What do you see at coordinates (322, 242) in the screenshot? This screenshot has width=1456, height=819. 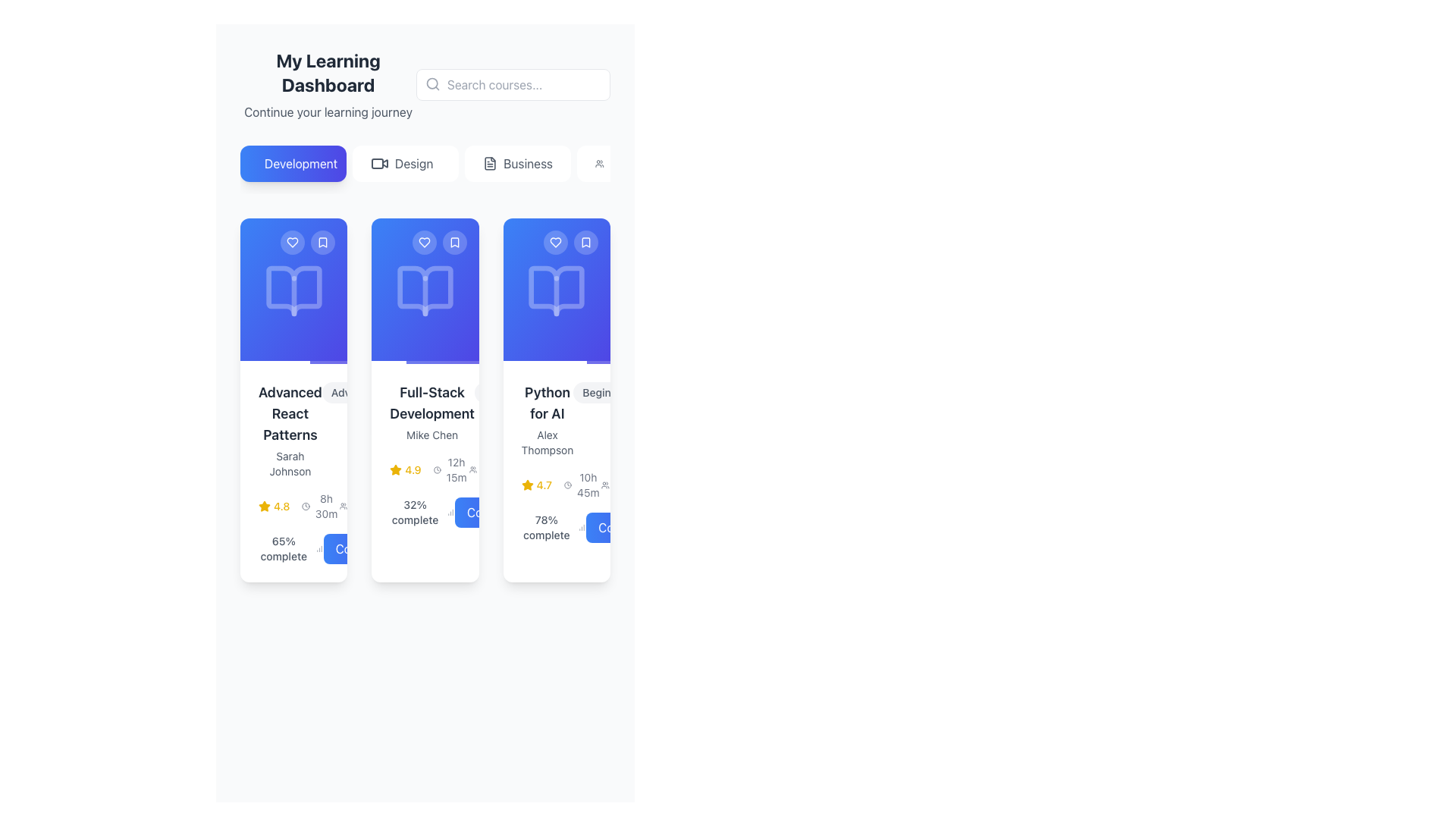 I see `the bookmark icon located at the top-right corner of the 'Advanced React Patterns' course card` at bounding box center [322, 242].